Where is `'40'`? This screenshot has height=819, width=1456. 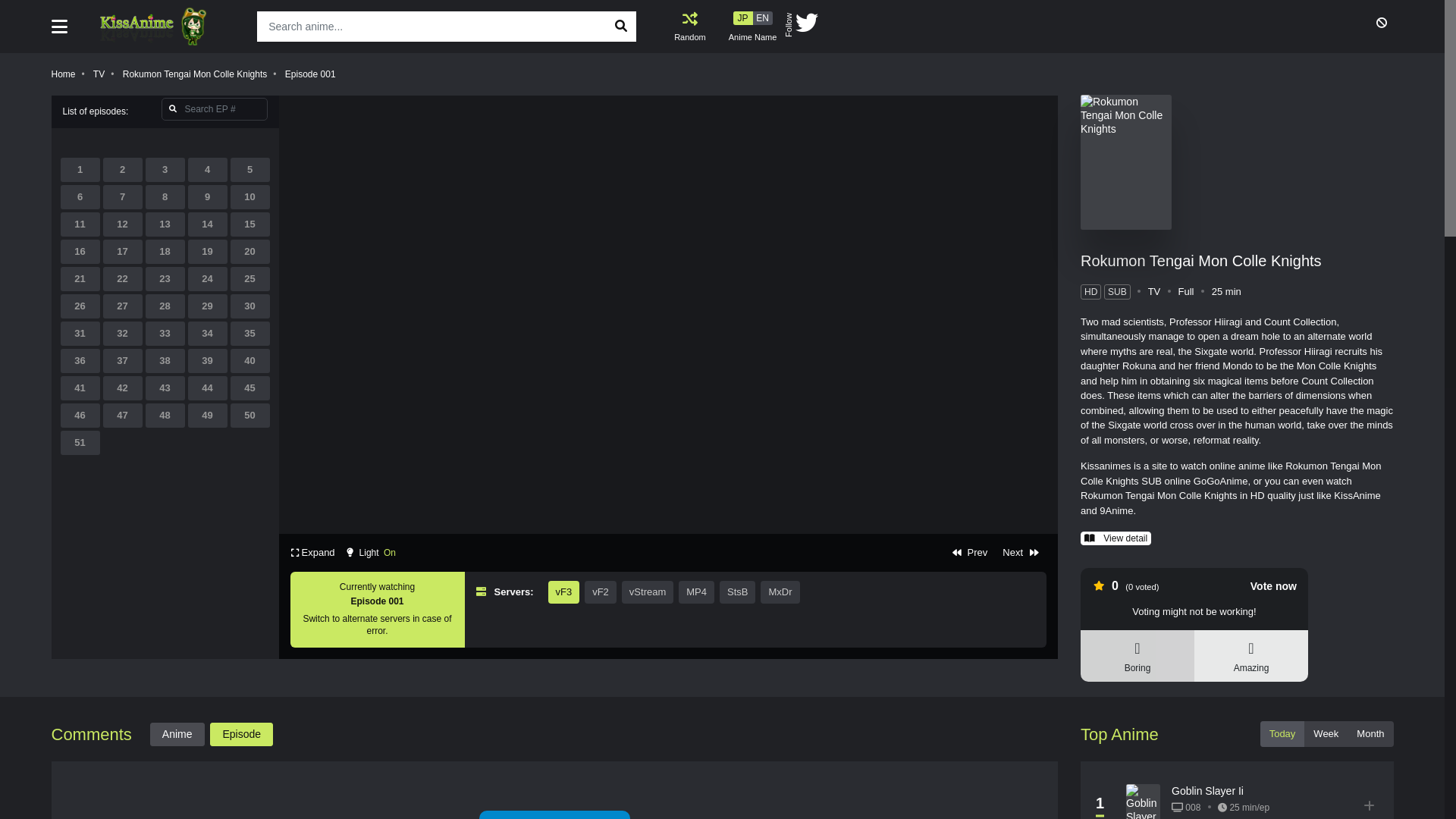
'40' is located at coordinates (250, 360).